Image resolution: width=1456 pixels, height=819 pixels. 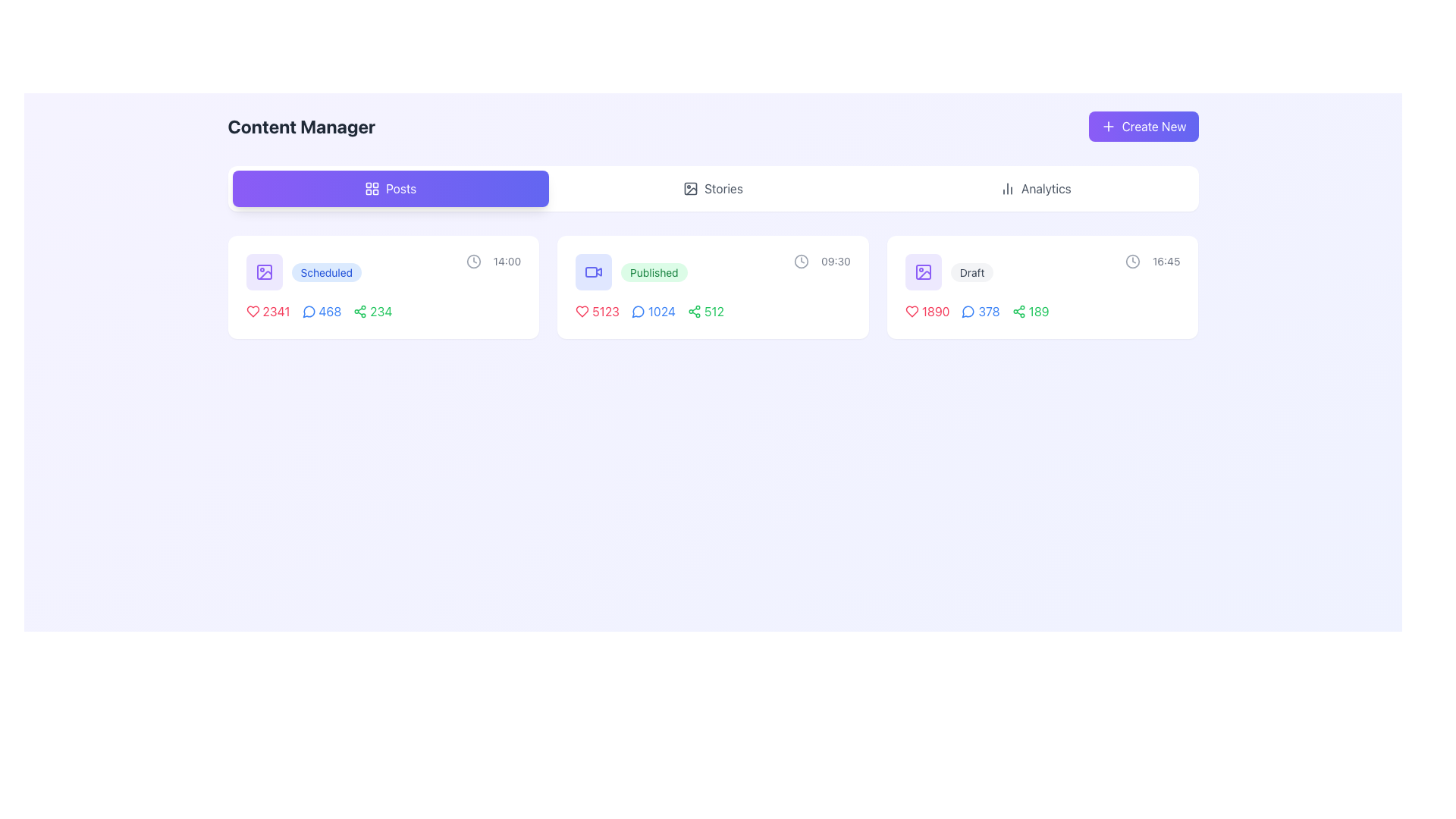 I want to click on the static text displaying '1024' in blue font color, so click(x=661, y=311).